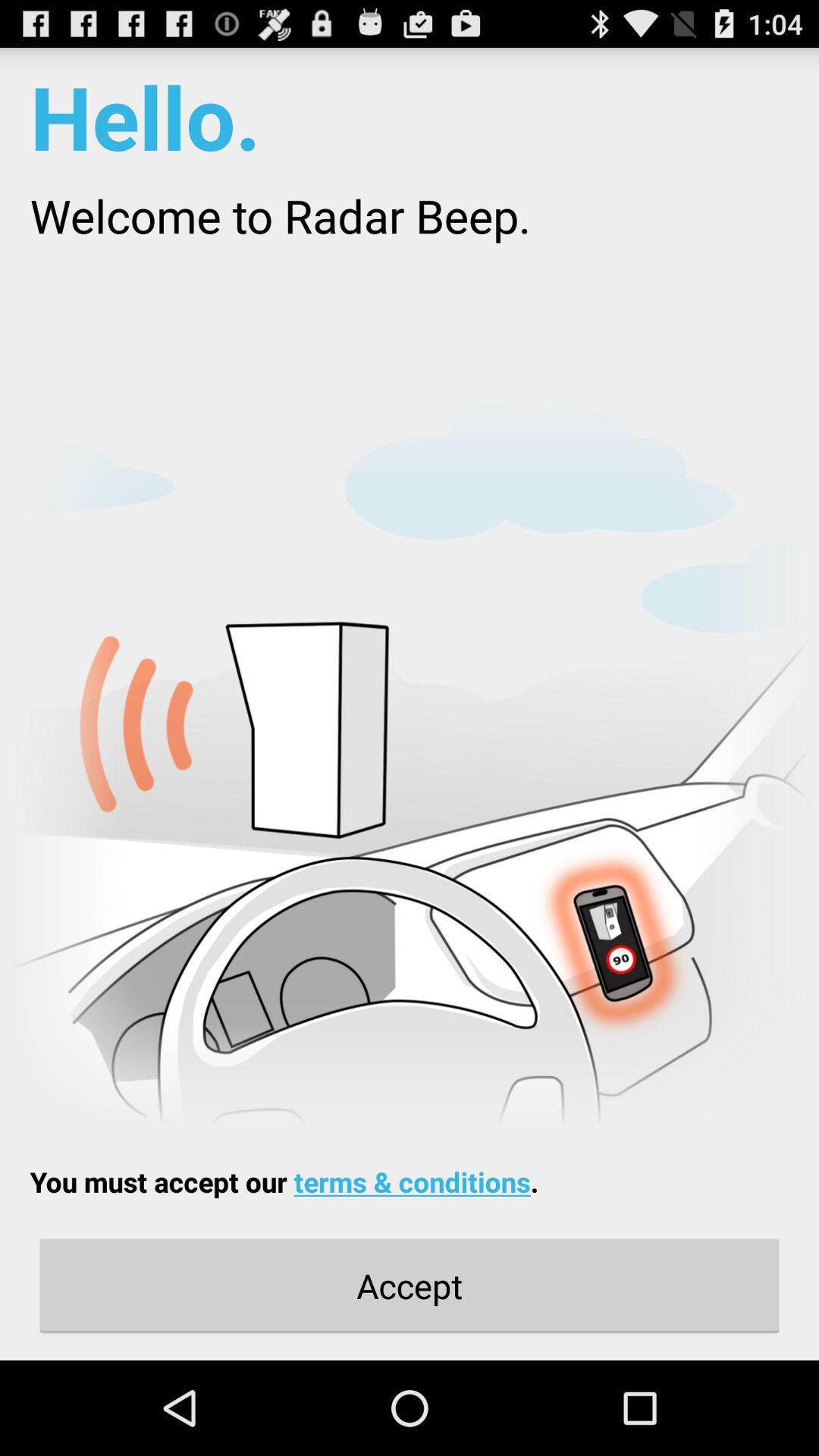  I want to click on the you must accept, so click(284, 1181).